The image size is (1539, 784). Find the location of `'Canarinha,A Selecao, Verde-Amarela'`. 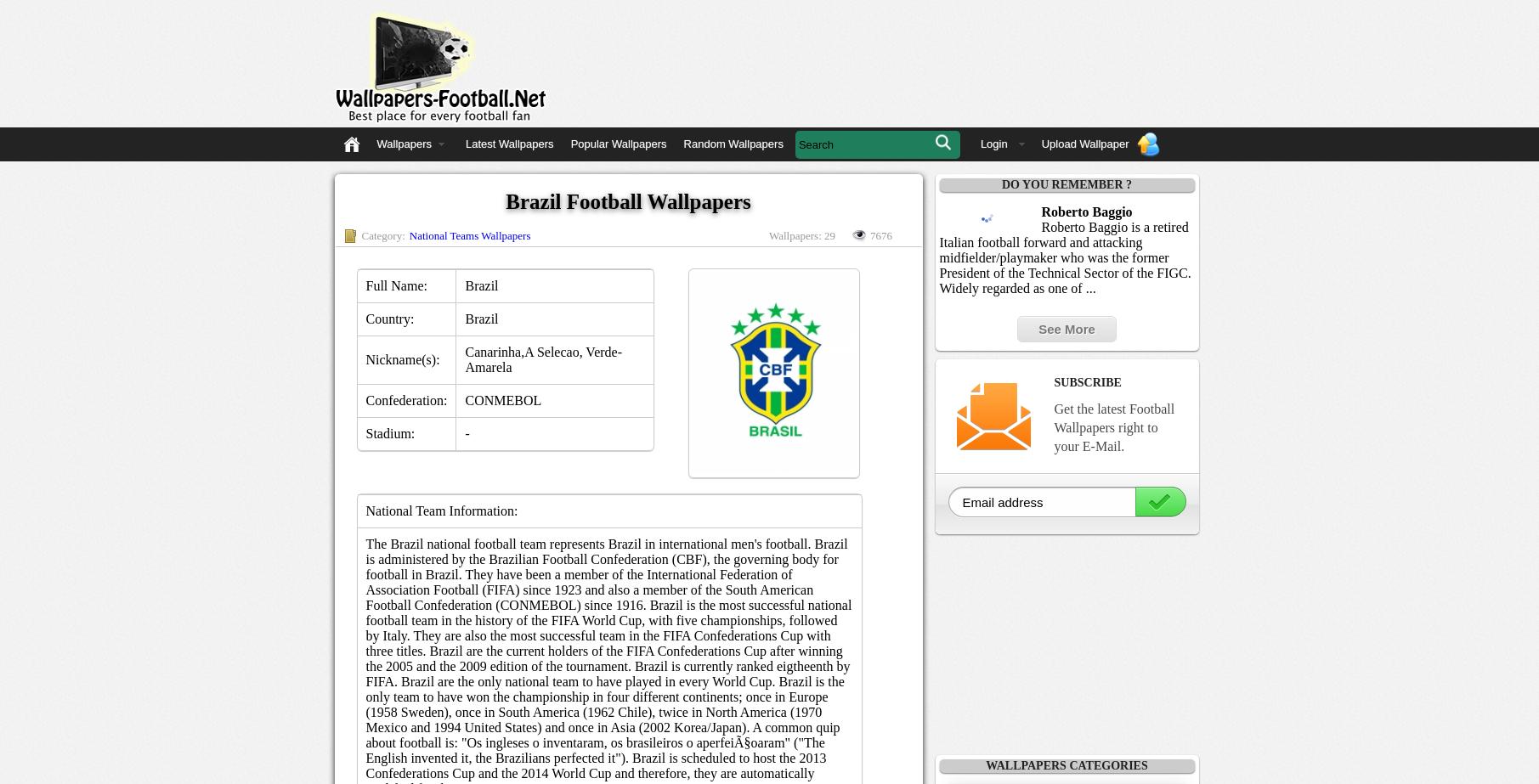

'Canarinha,A Selecao, Verde-Amarela' is located at coordinates (543, 359).